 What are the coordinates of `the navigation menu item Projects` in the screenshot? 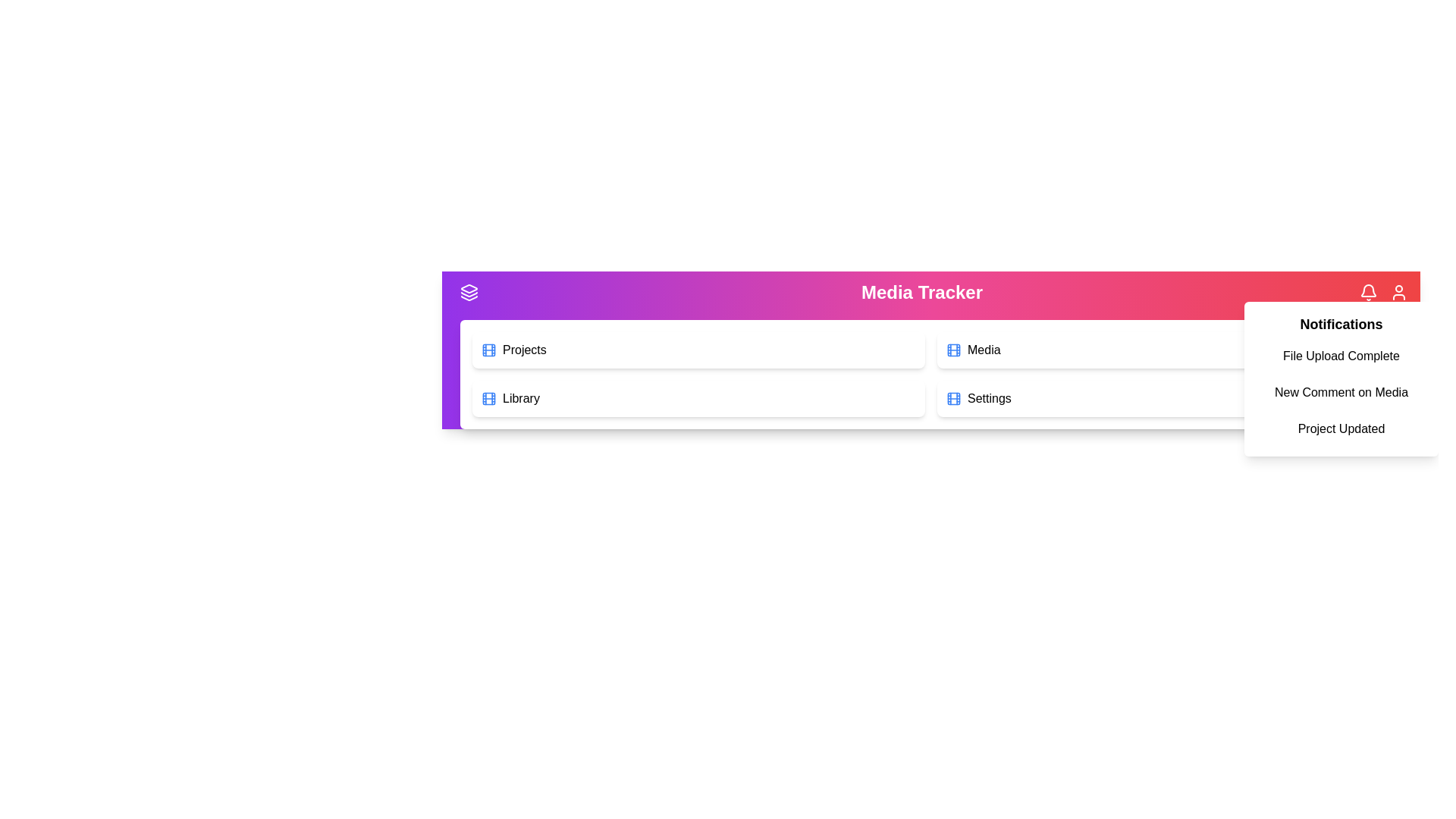 It's located at (698, 350).